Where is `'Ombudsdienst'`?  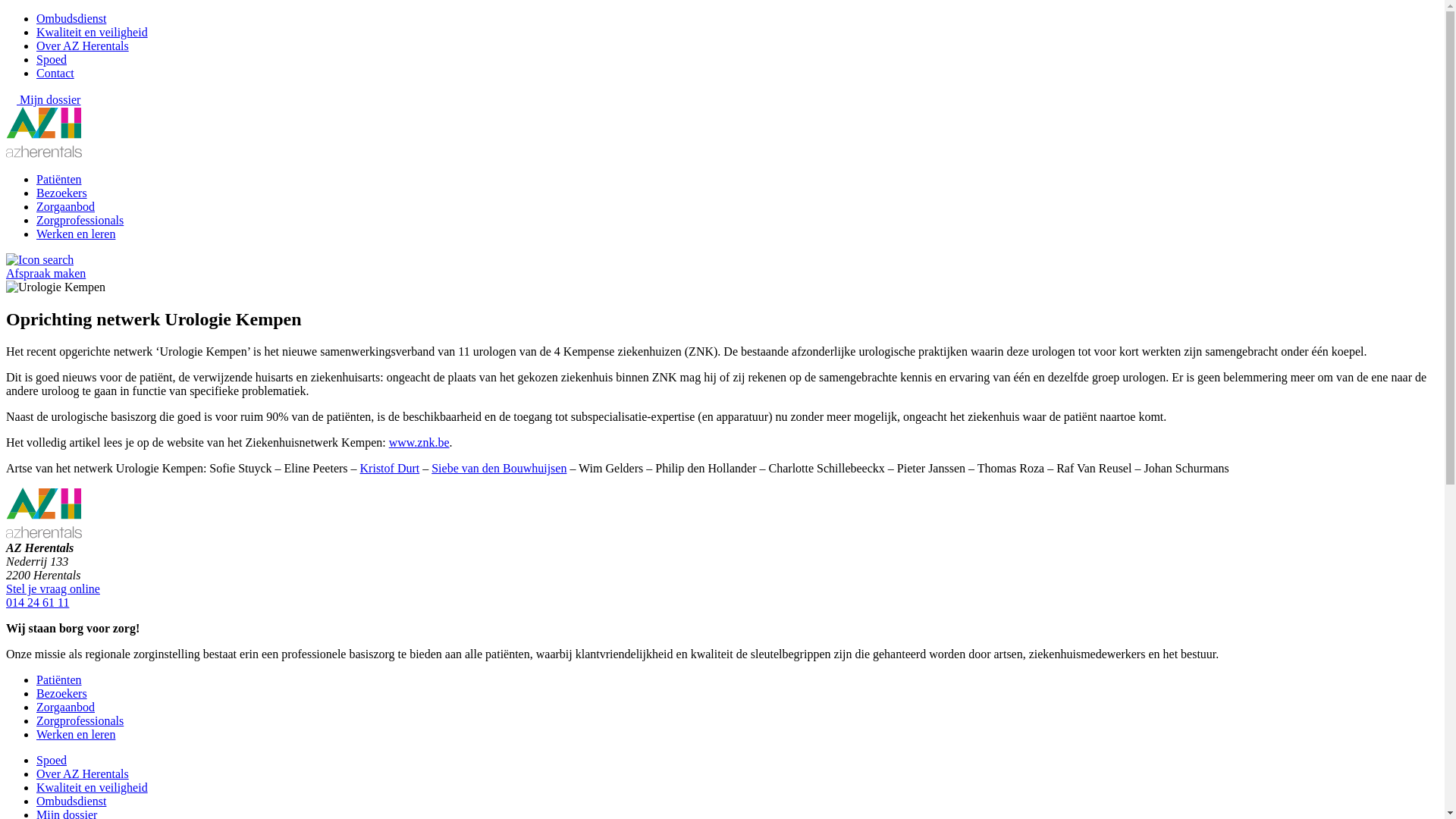 'Ombudsdienst' is located at coordinates (71, 18).